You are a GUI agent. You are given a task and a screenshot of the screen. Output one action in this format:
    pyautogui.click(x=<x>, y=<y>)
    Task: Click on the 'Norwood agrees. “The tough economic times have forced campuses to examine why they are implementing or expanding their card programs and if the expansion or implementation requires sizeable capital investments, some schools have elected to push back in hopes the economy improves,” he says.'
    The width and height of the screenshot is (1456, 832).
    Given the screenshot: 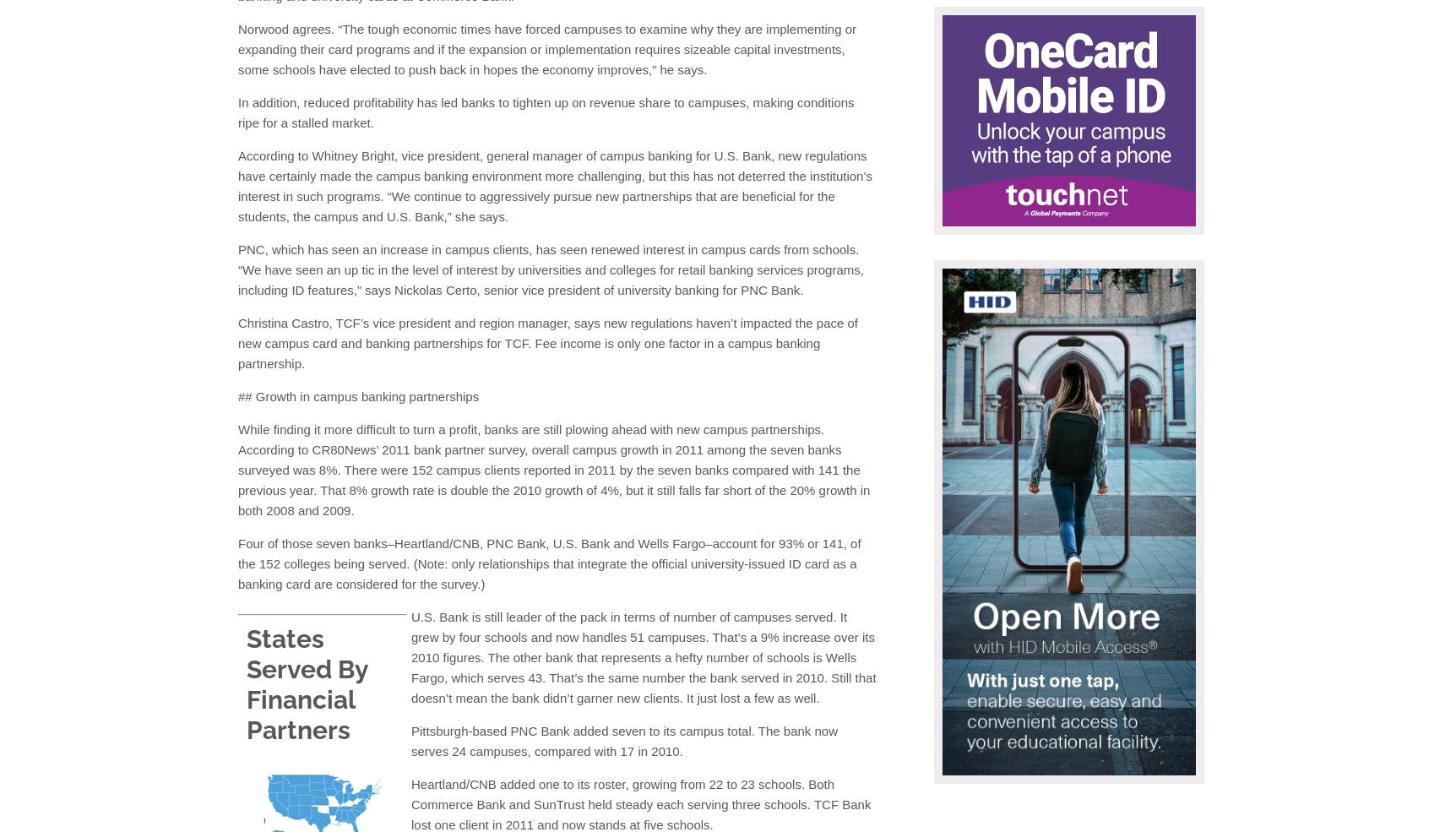 What is the action you would take?
    pyautogui.click(x=546, y=48)
    